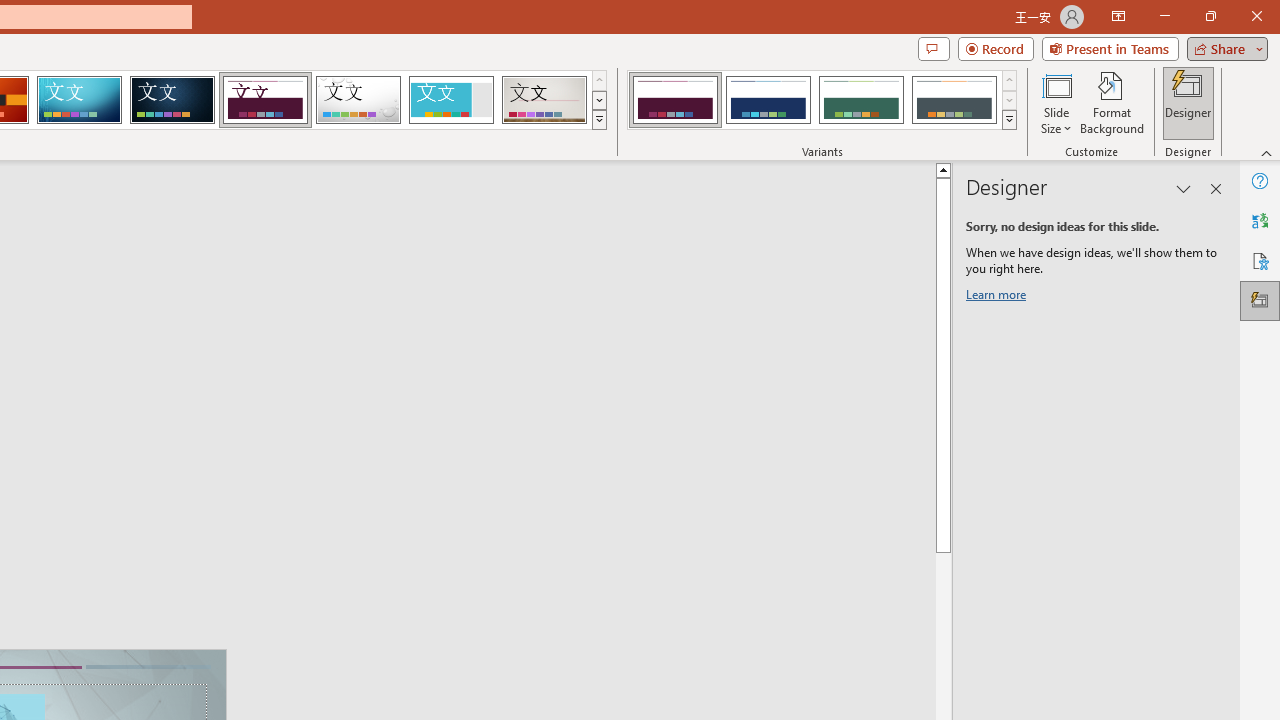 The image size is (1280, 720). What do you see at coordinates (1259, 181) in the screenshot?
I see `'Help'` at bounding box center [1259, 181].